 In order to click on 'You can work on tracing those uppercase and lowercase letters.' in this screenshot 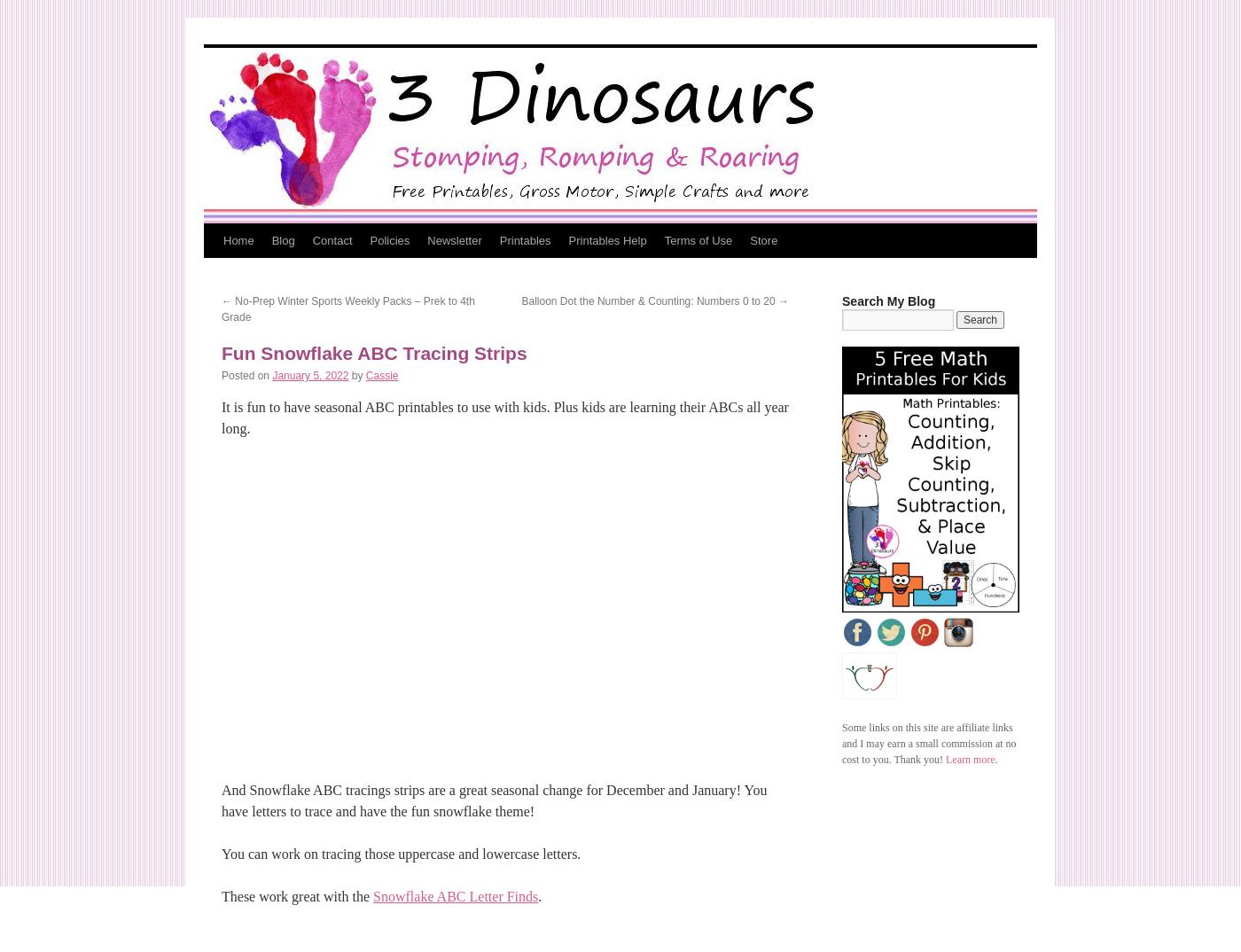, I will do `click(401, 854)`.